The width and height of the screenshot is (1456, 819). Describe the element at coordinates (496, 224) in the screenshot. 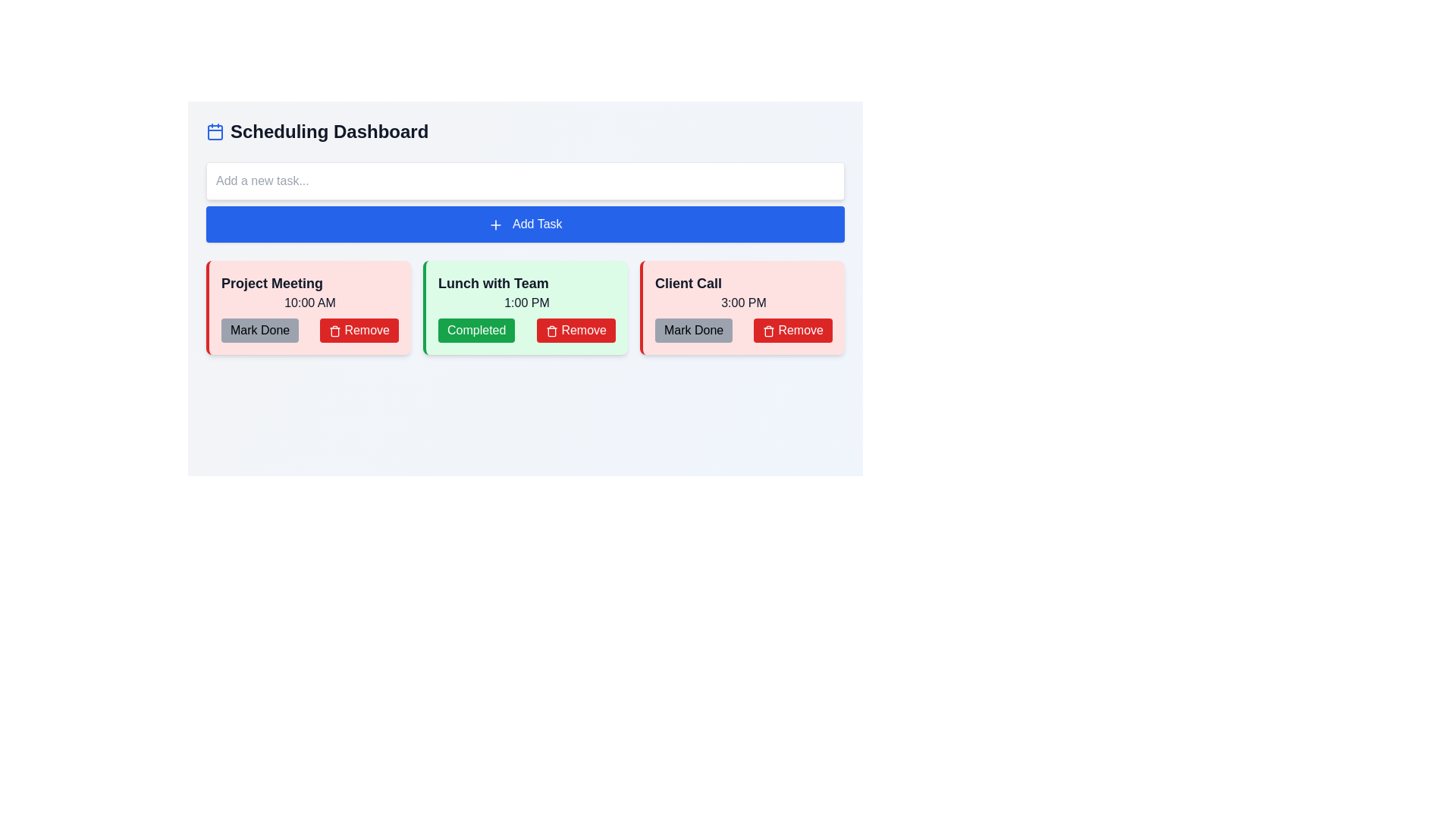

I see `the blue plus icon located inside the 'Add Task' button, which is styled with thin strokes and crosses at the center` at that location.